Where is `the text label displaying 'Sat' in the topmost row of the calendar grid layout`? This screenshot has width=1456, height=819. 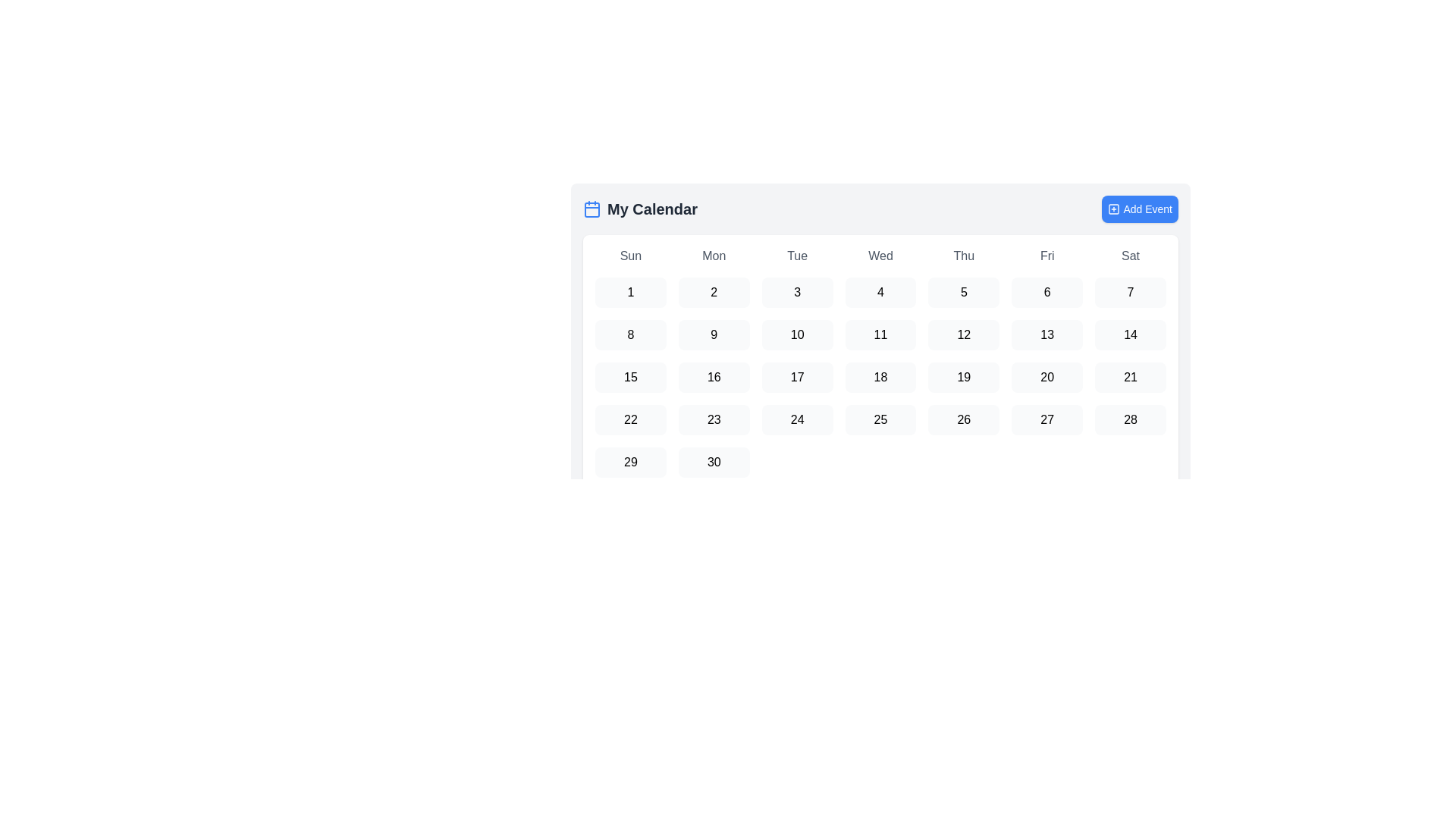 the text label displaying 'Sat' in the topmost row of the calendar grid layout is located at coordinates (1131, 256).